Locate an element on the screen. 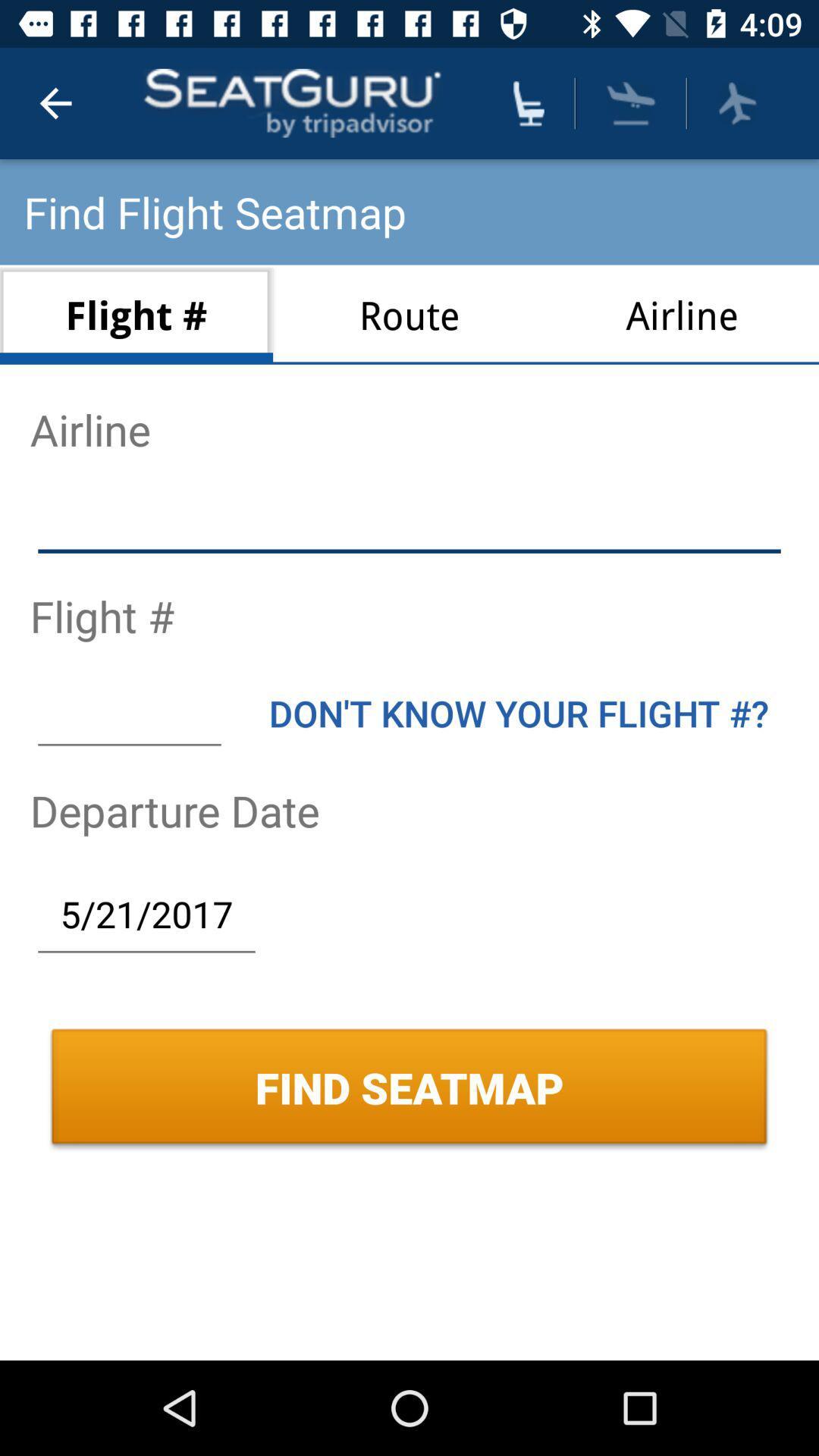 Image resolution: width=819 pixels, height=1456 pixels. item next to the don t know icon is located at coordinates (128, 712).